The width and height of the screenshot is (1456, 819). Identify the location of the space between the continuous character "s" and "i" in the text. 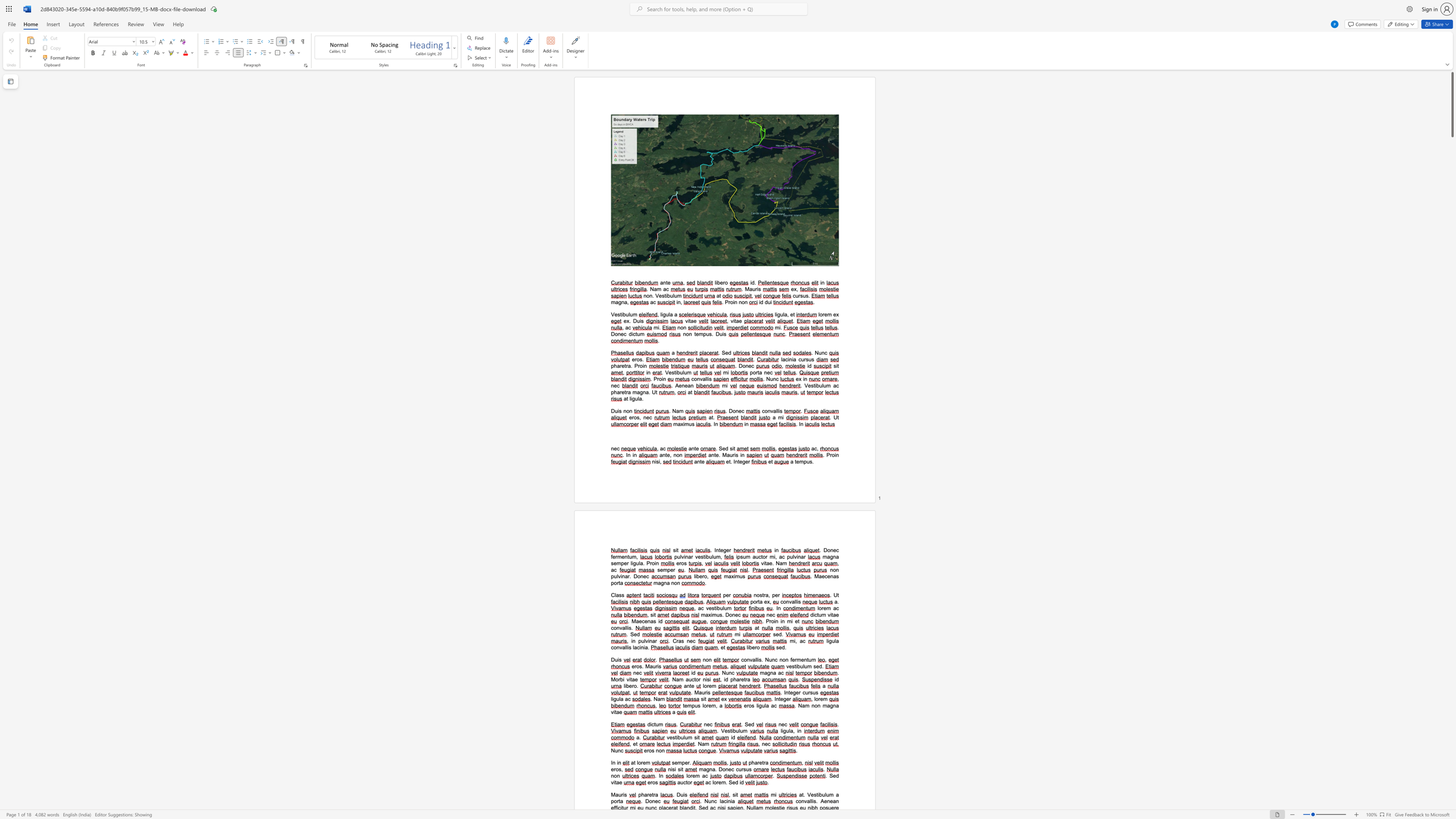
(696, 738).